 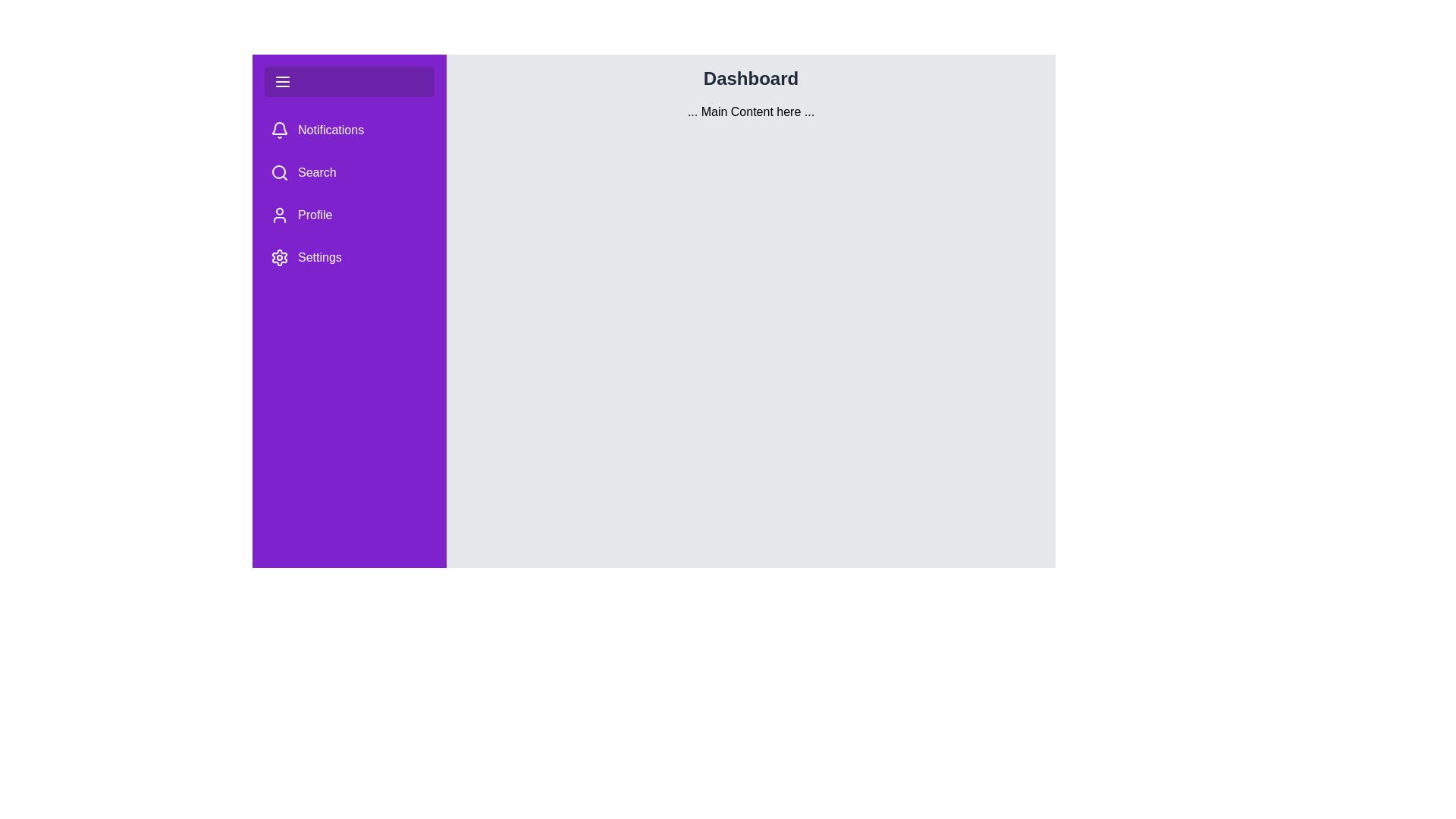 I want to click on the menu item labeled Search to observe its hover effect, so click(x=348, y=171).